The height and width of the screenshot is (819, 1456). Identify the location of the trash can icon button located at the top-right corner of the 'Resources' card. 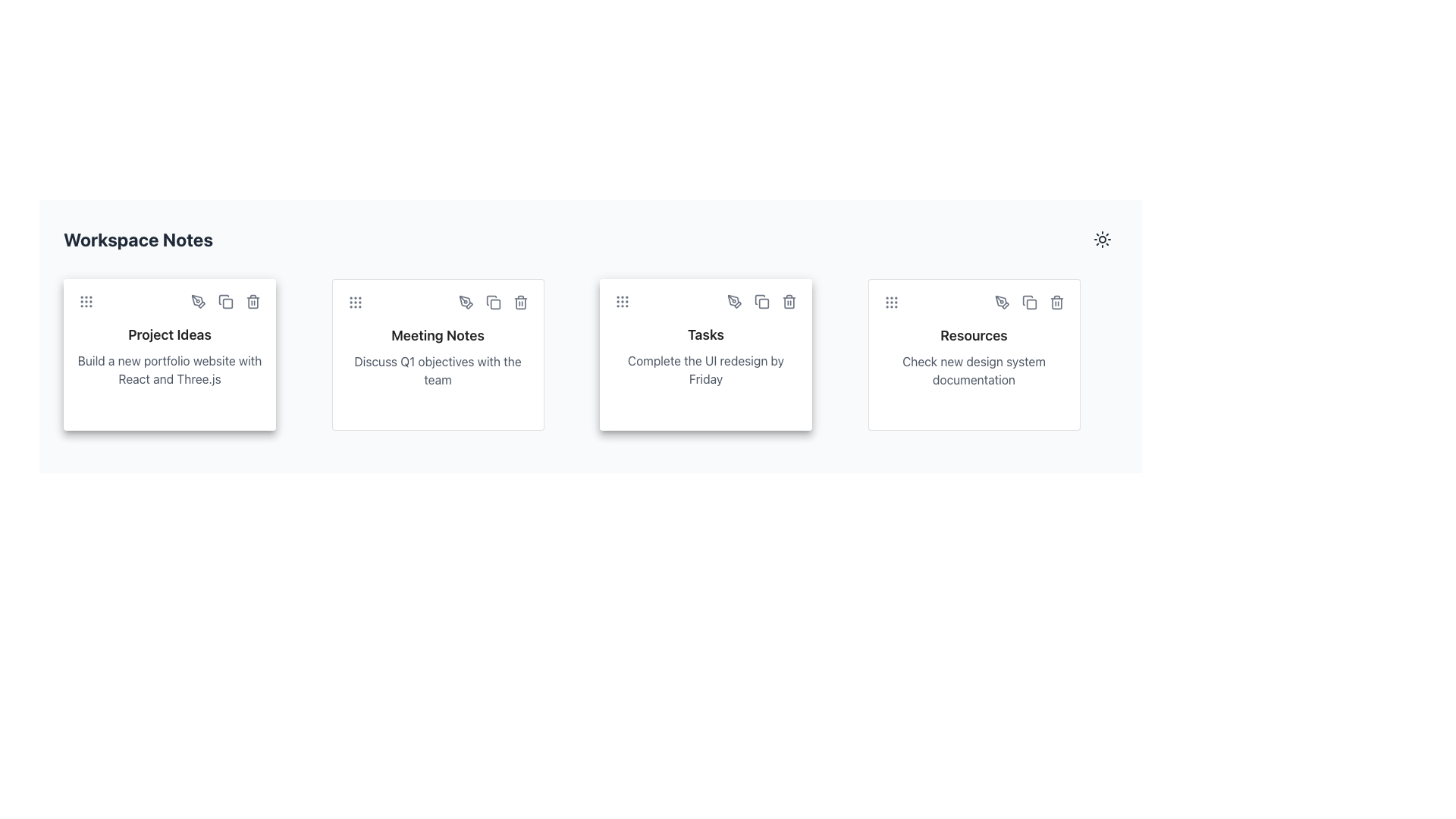
(1056, 302).